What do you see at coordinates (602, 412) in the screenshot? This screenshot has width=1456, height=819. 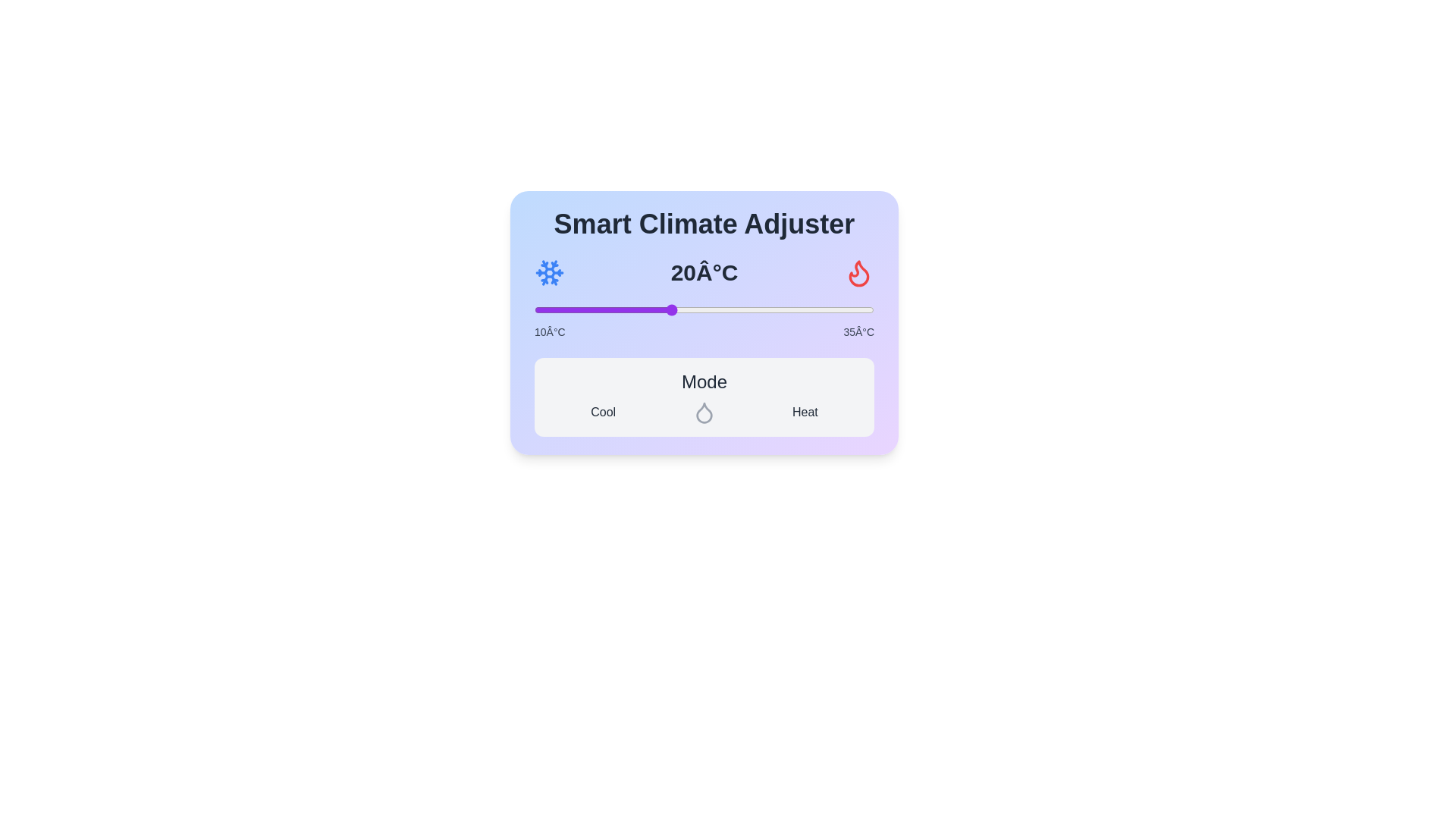 I see `the 'Cool' button to activate the cooling mode` at bounding box center [602, 412].